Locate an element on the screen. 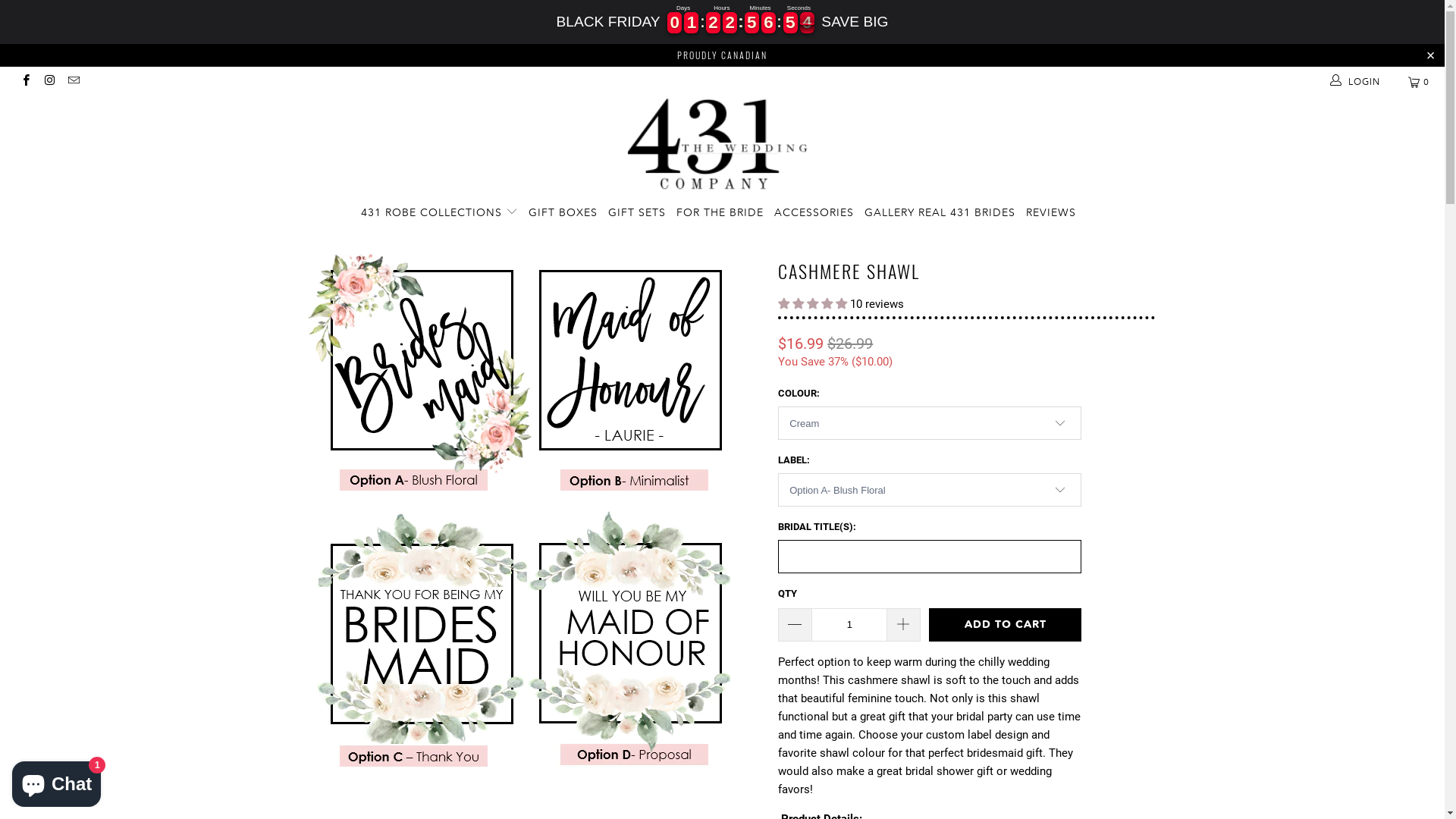  '4 is located at coordinates (752, 23).